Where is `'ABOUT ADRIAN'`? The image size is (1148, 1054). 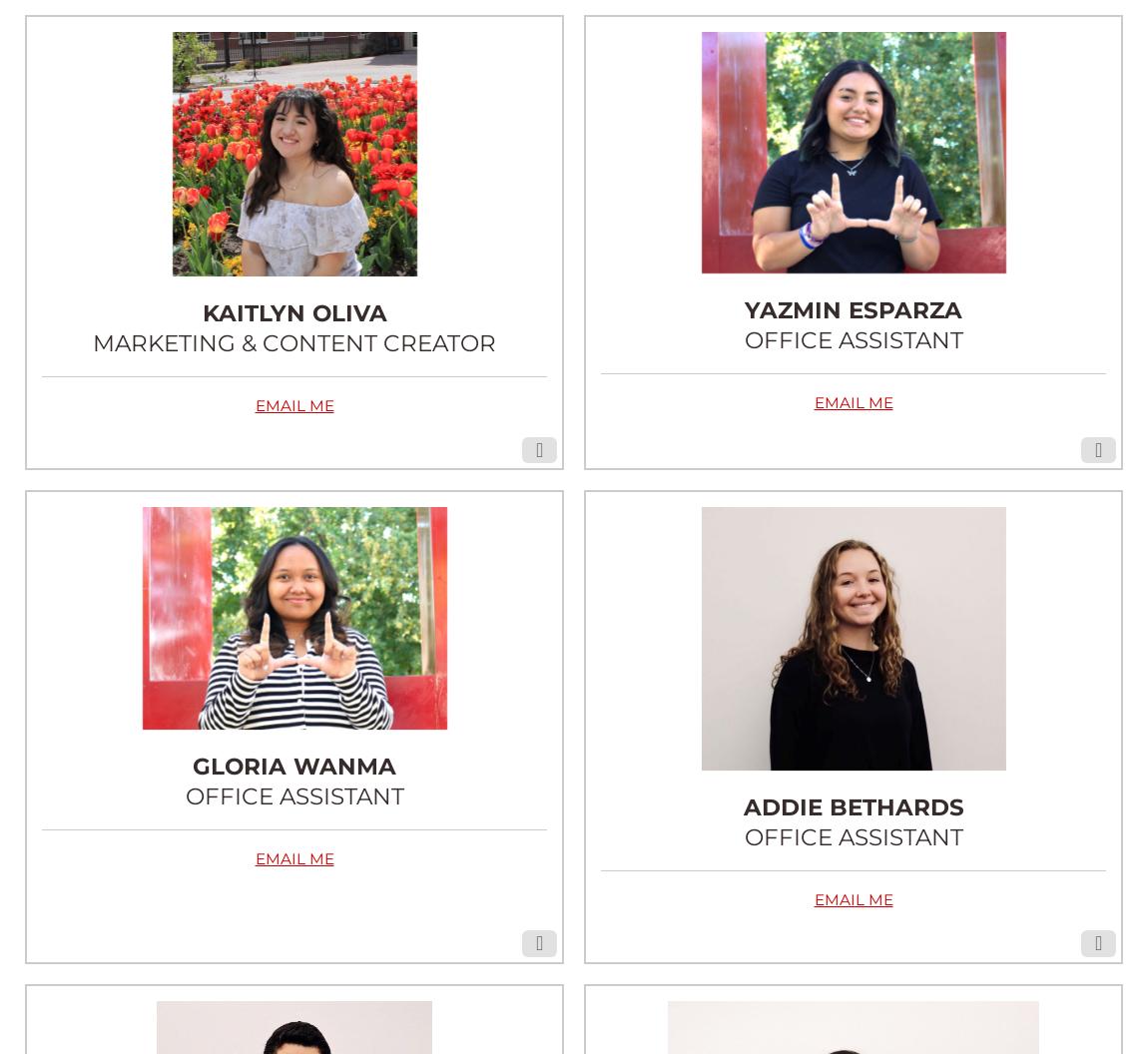
'ABOUT ADRIAN' is located at coordinates (293, 1010).